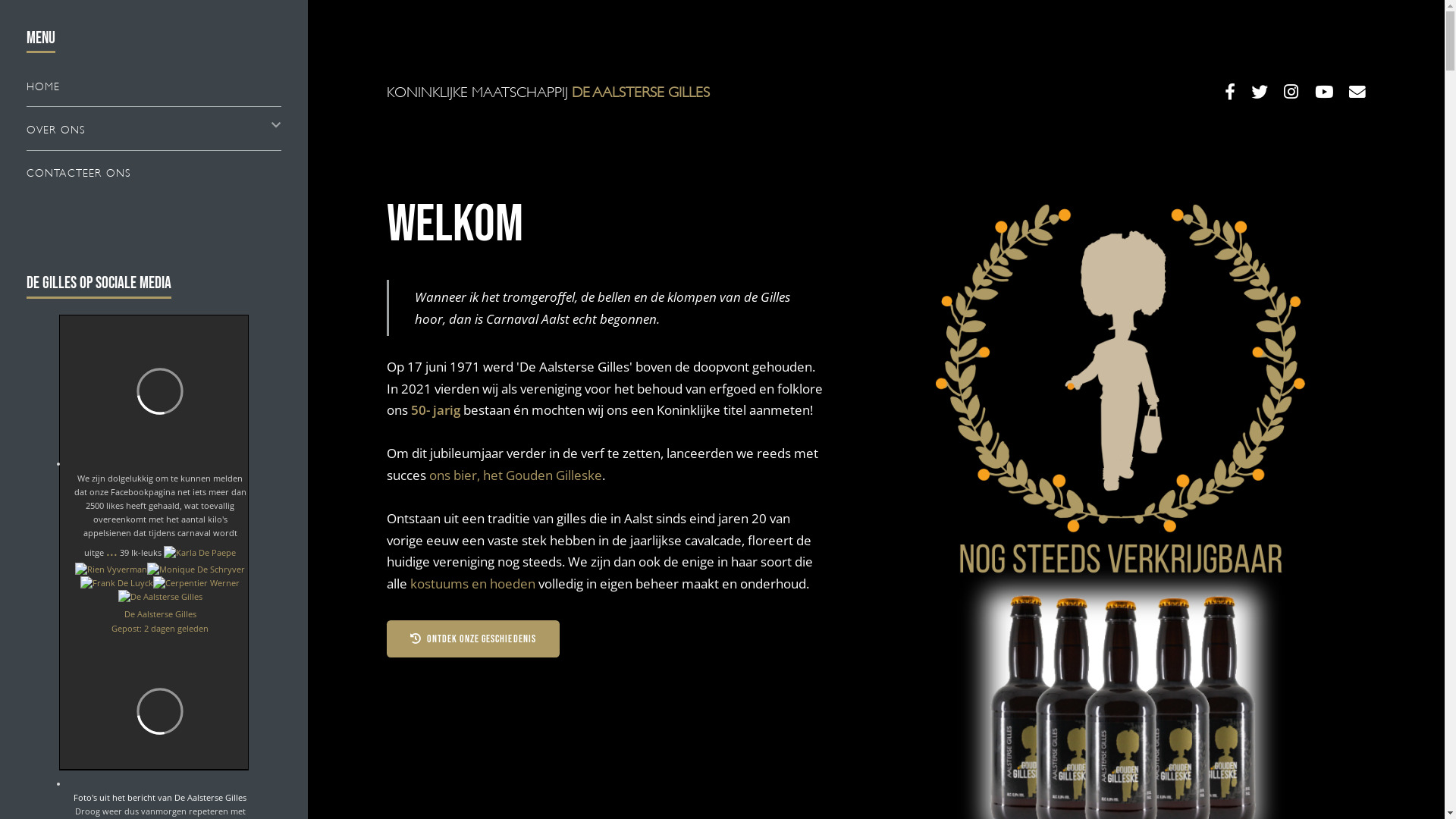 The height and width of the screenshot is (819, 1456). Describe the element at coordinates (160, 628) in the screenshot. I see `'Gepost: 2 dagen geleden'` at that location.